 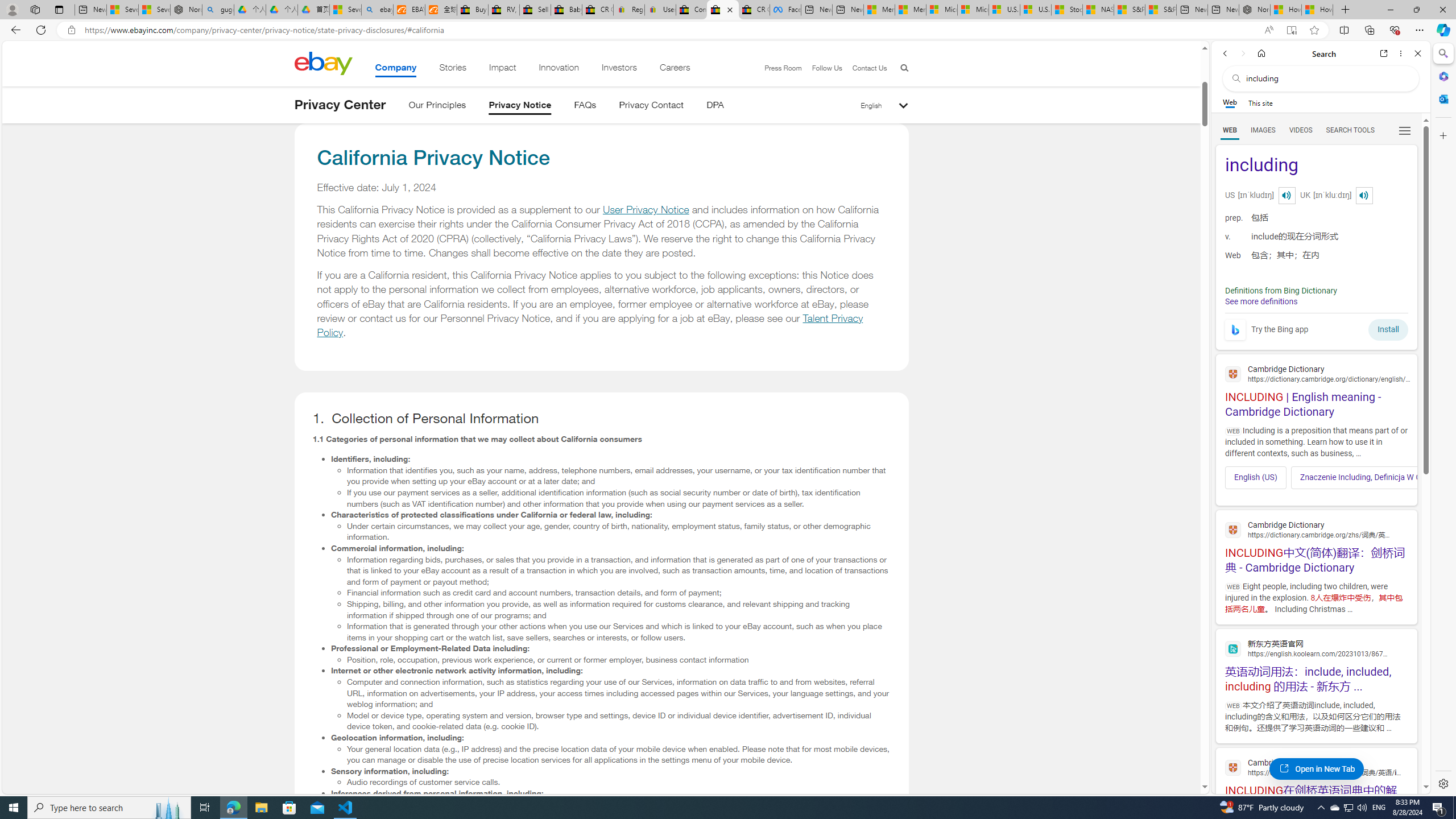 I want to click on 'FAQs', so click(x=585, y=106).